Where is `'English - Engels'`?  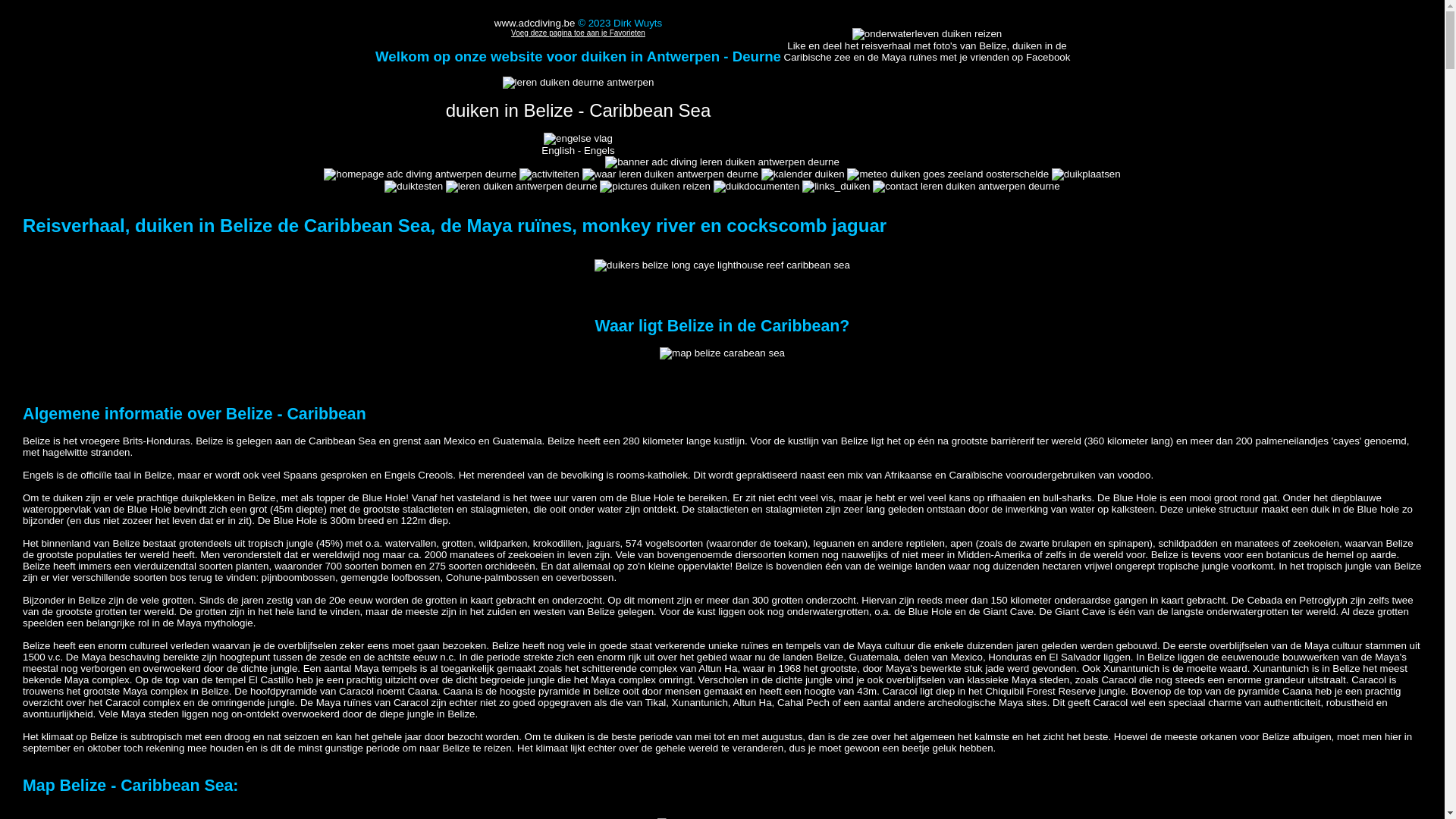
'English - Engels' is located at coordinates (577, 144).